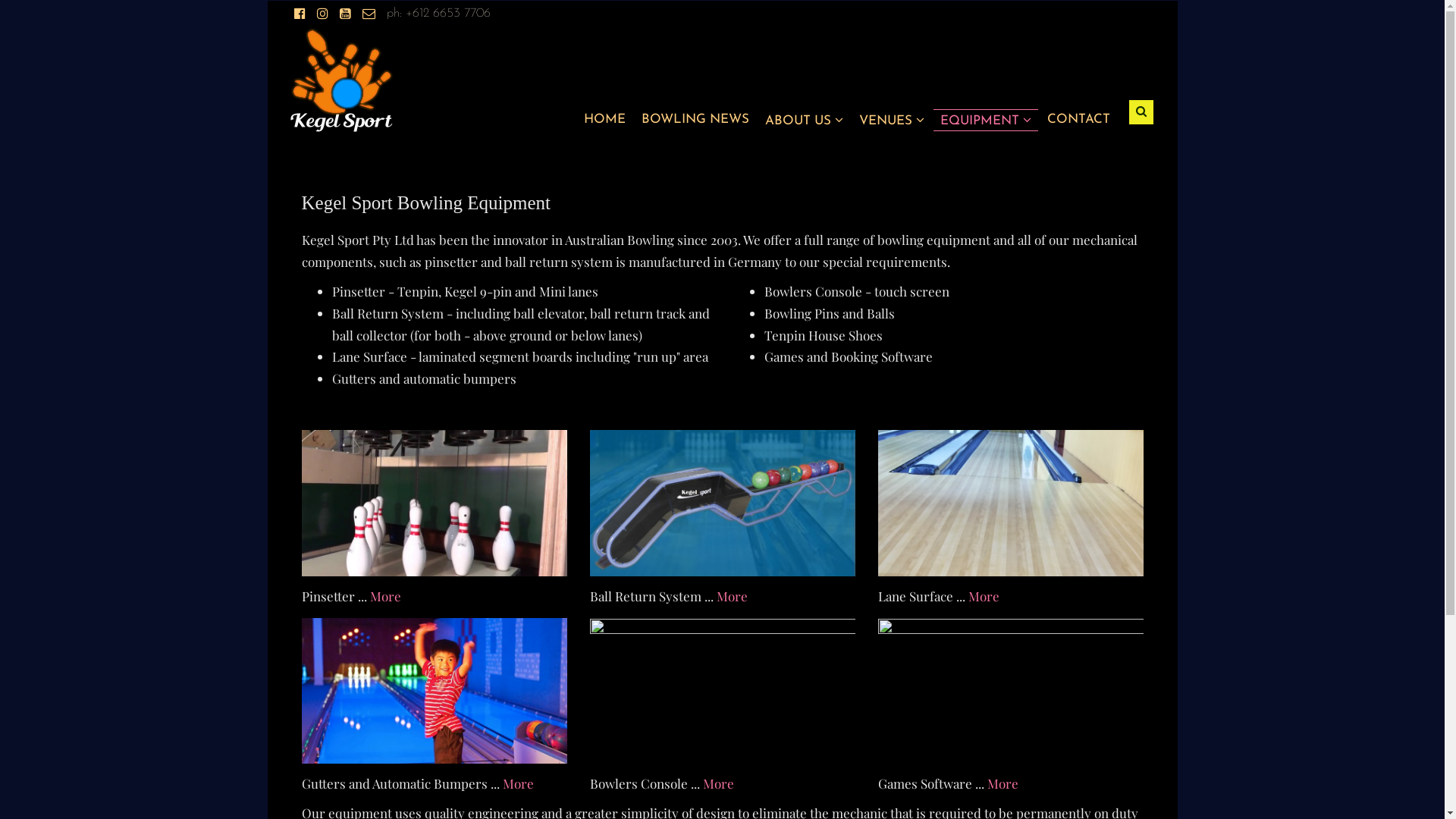  I want to click on 'Bowling Lane Surface', so click(1011, 503).